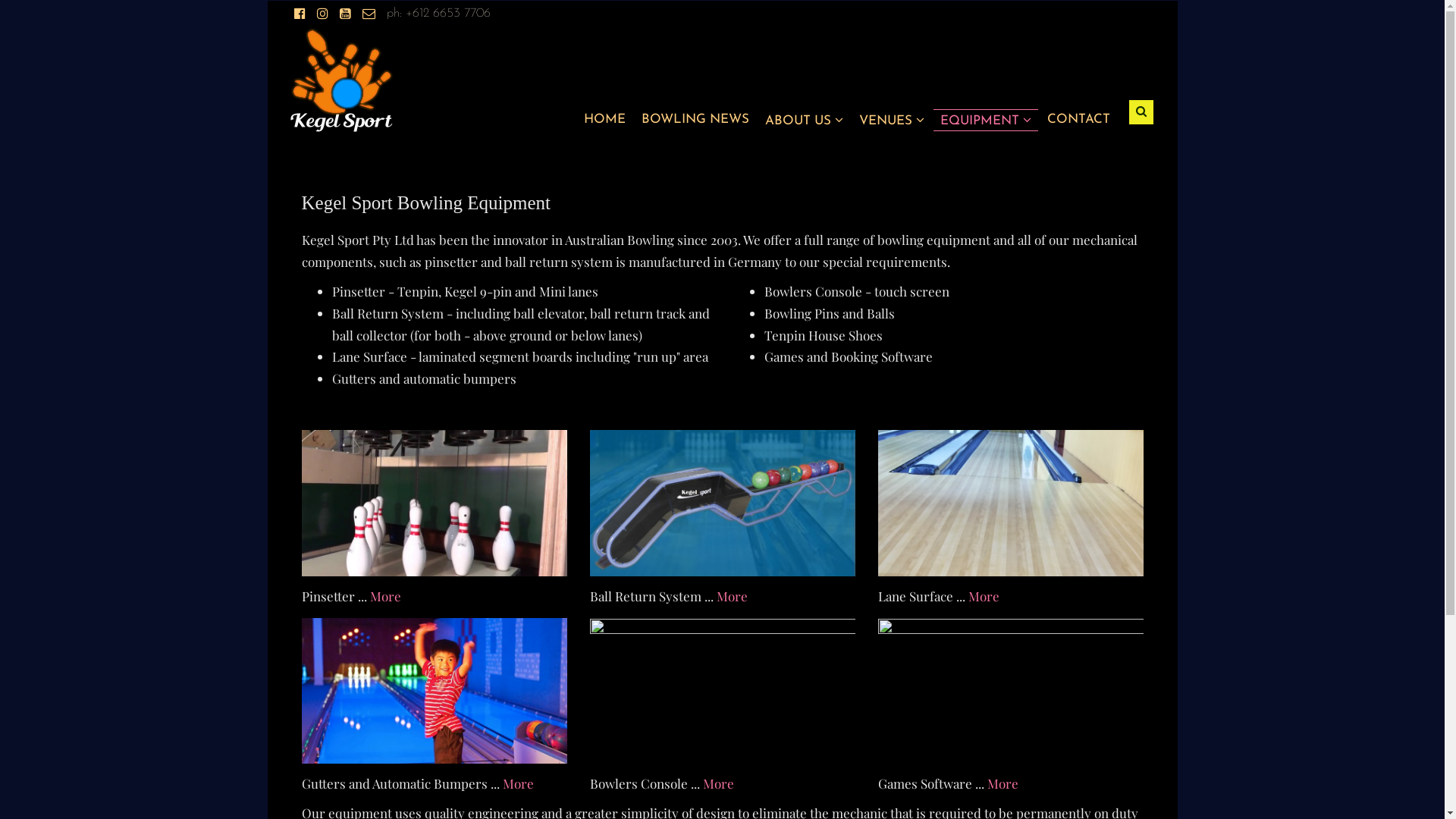  I want to click on 'Bowling Lane Surface', so click(1011, 503).